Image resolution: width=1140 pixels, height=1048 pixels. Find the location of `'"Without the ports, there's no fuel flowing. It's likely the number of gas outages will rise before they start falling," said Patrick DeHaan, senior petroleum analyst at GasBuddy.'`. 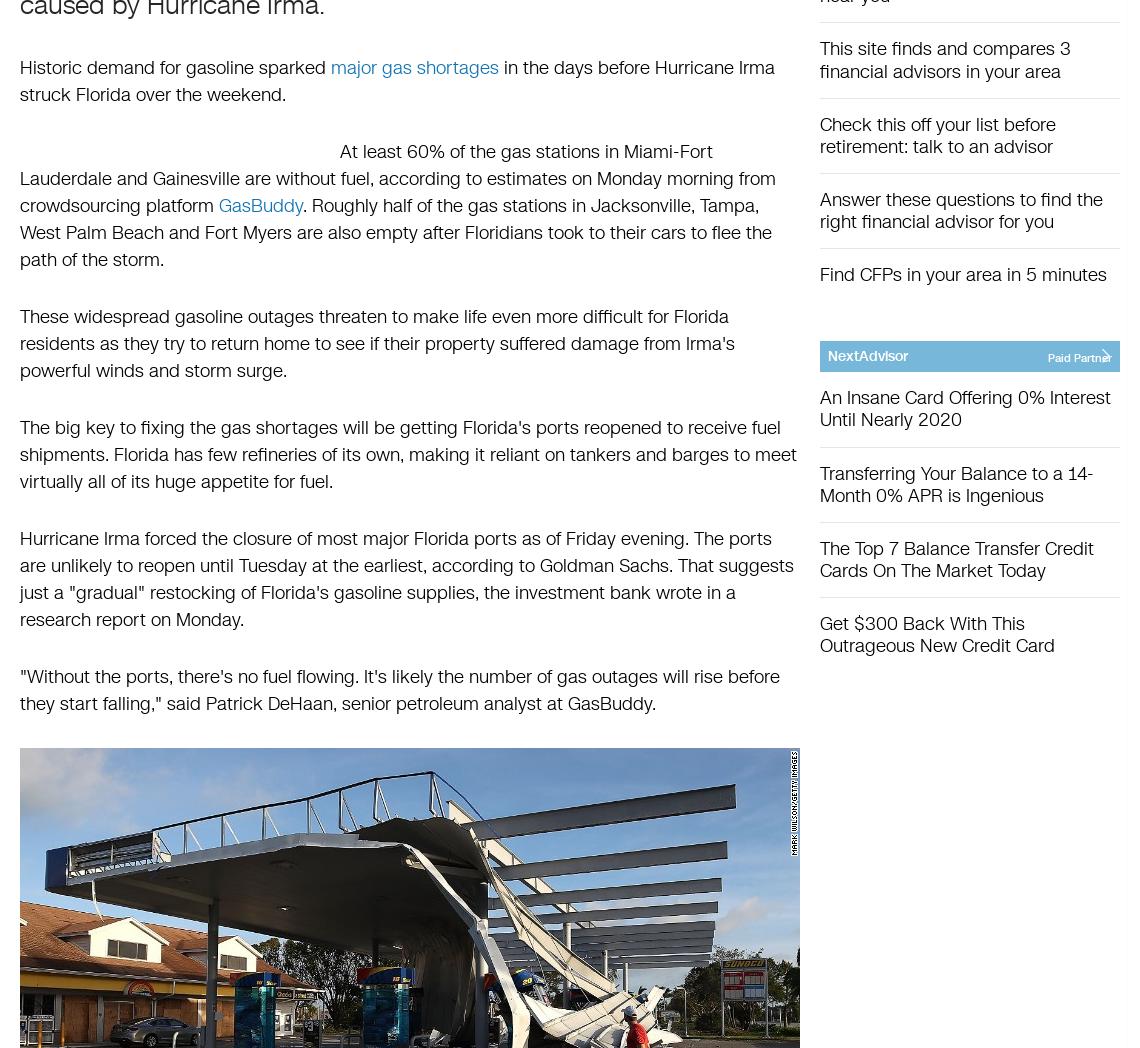

'"Without the ports, there's no fuel flowing. It's likely the number of gas outages will rise before they start falling," said Patrick DeHaan, senior petroleum analyst at GasBuddy.' is located at coordinates (399, 690).